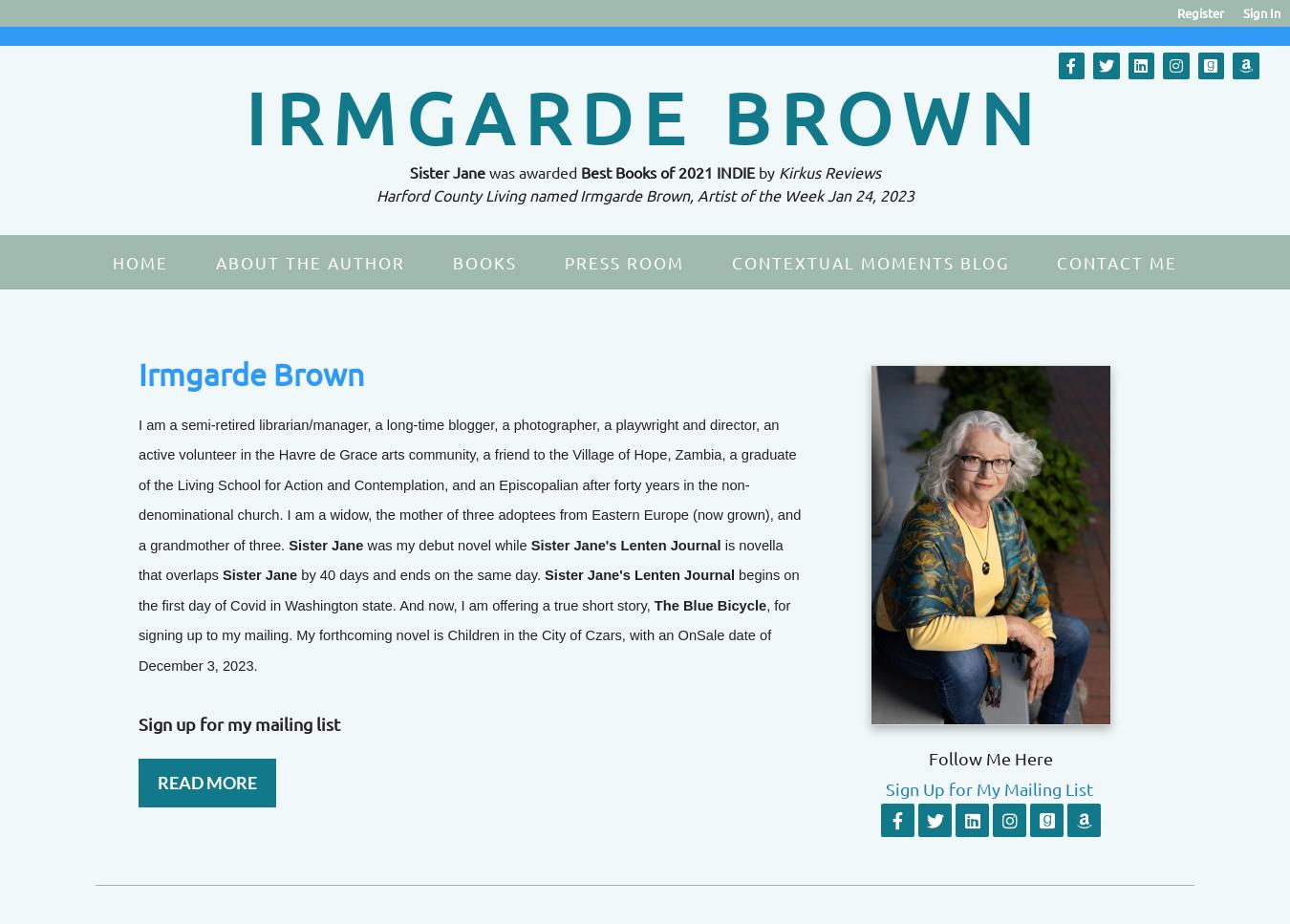  Describe the element at coordinates (767, 170) in the screenshot. I see `'by'` at that location.